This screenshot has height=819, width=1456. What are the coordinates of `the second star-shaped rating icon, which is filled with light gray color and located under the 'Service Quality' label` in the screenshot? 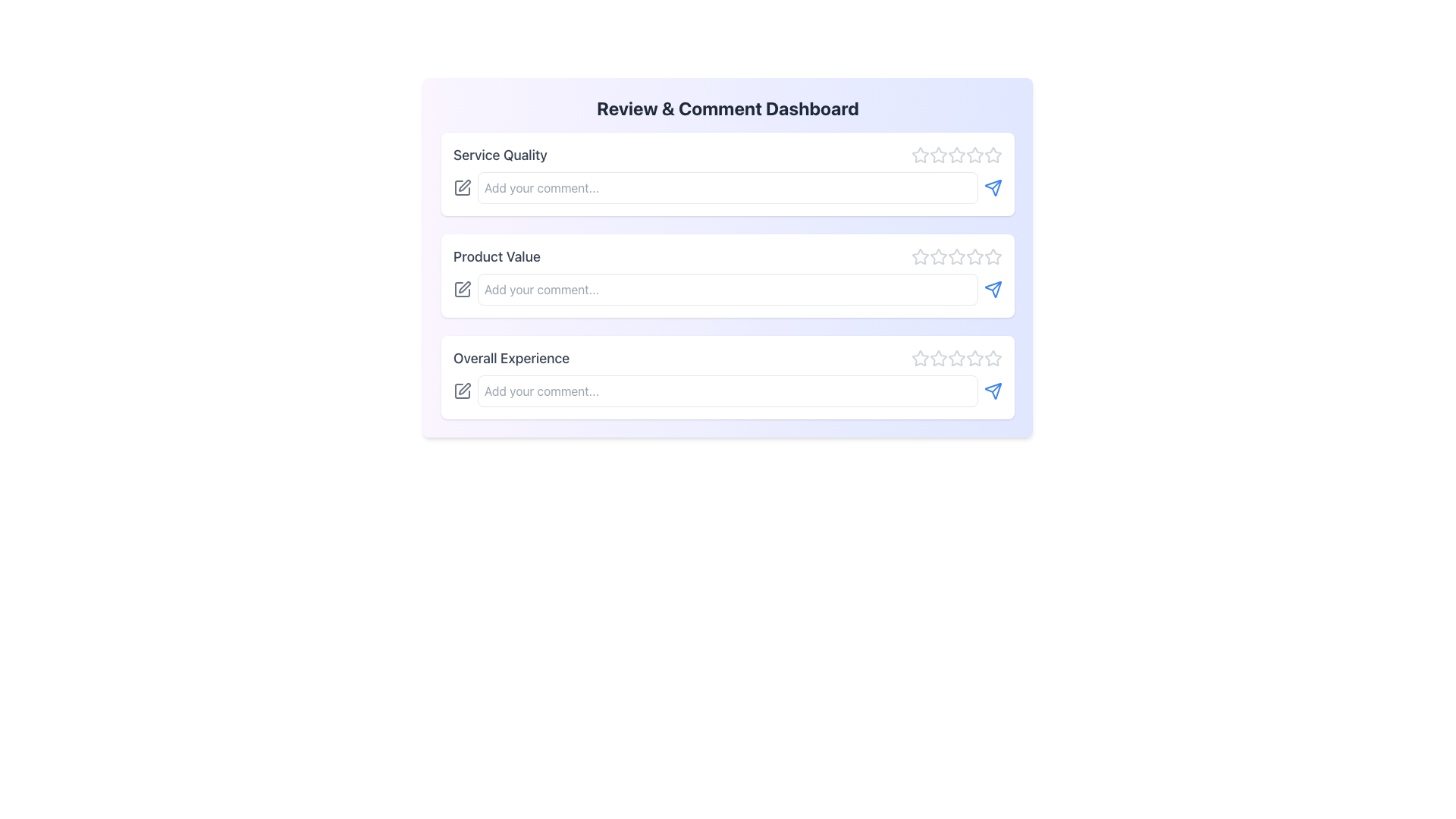 It's located at (956, 155).